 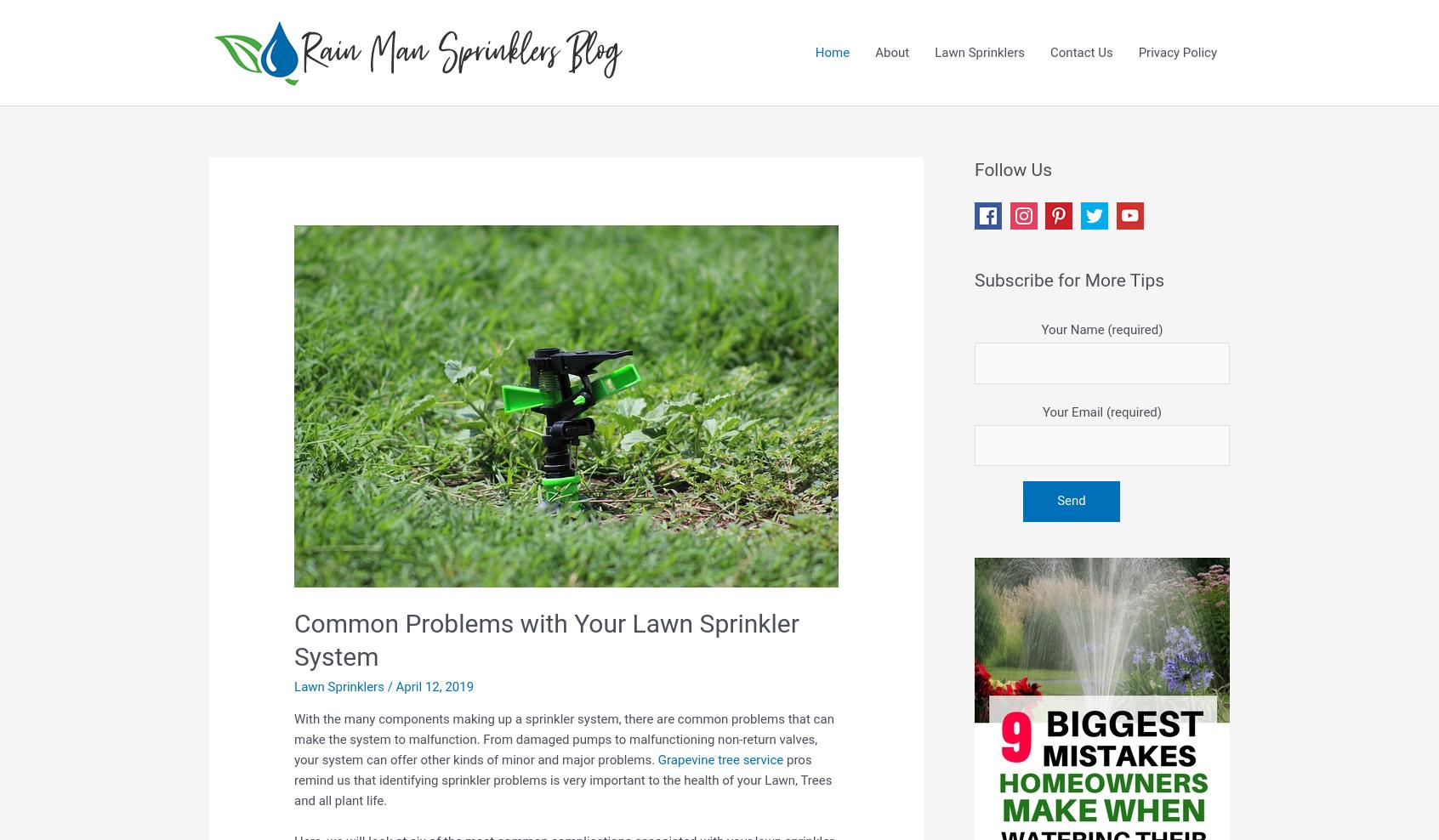 What do you see at coordinates (1101, 328) in the screenshot?
I see `'Your Name (required)'` at bounding box center [1101, 328].